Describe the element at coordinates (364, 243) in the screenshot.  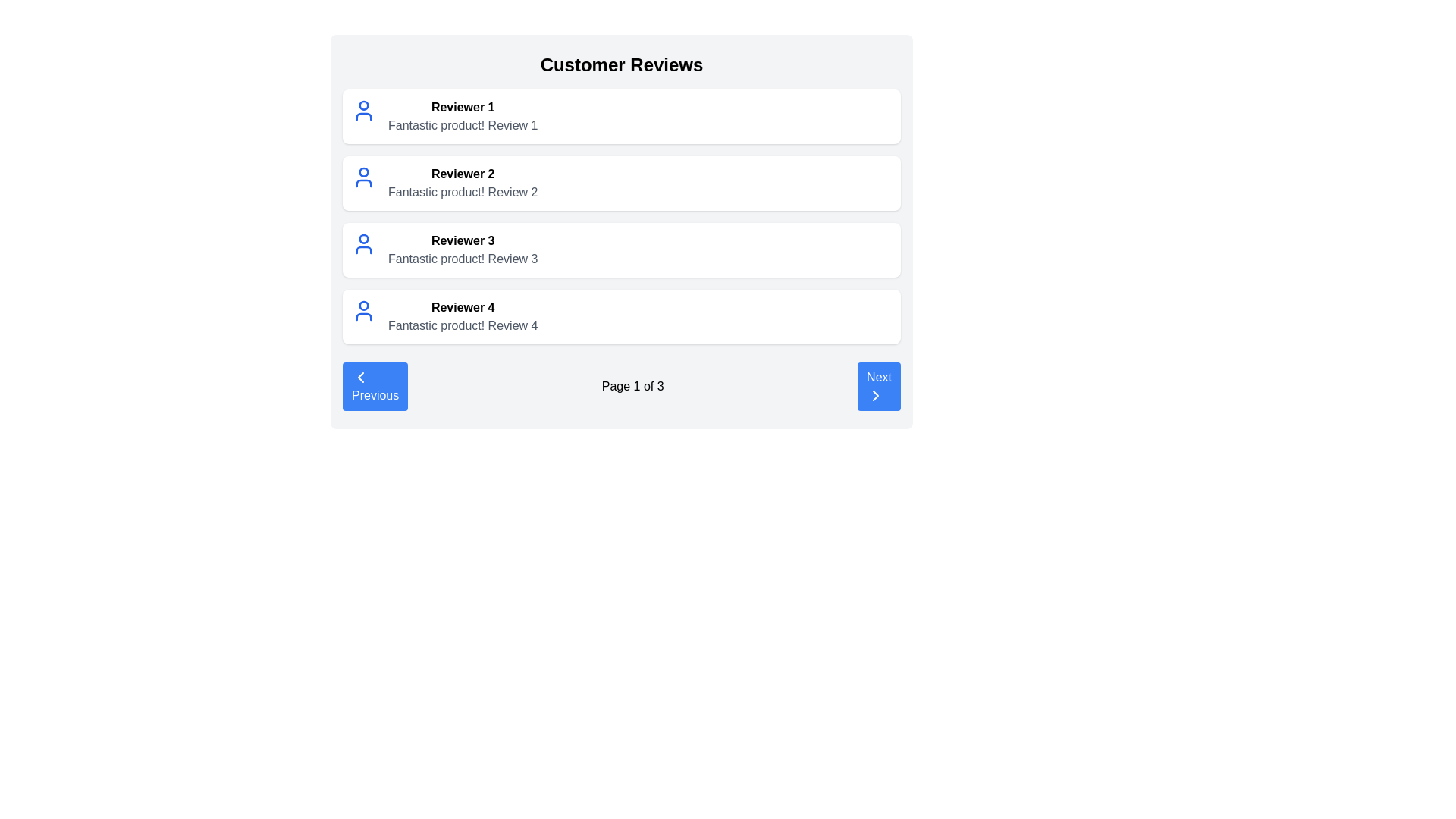
I see `the user icon resembling a person's head and shoulders, styled in blue, located in the review block titled 'Reviewer 3', aligned with the text 'Reviewer 3 Fantastic product! Review 3'` at that location.